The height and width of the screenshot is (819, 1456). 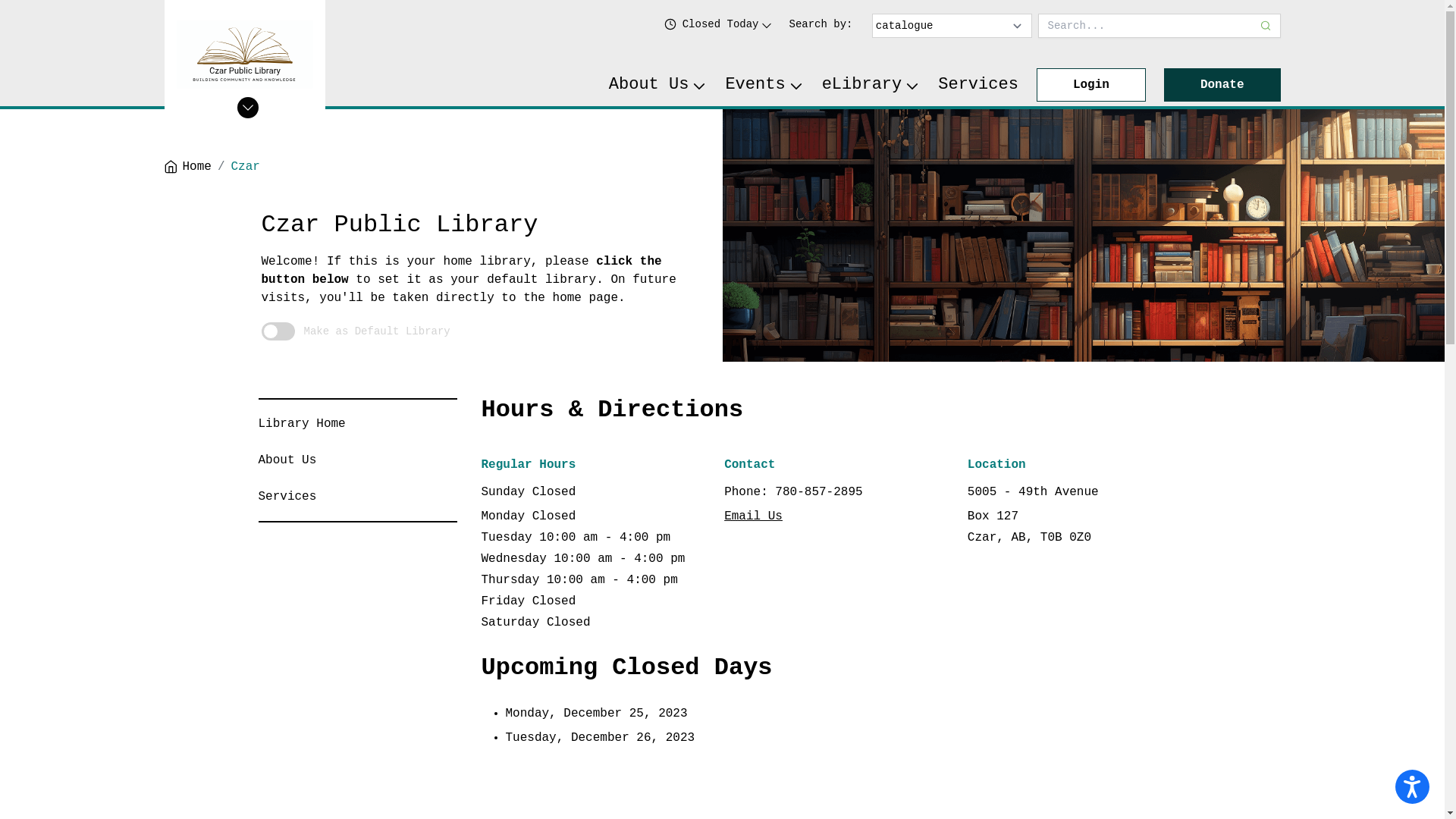 What do you see at coordinates (978, 84) in the screenshot?
I see `'Services'` at bounding box center [978, 84].